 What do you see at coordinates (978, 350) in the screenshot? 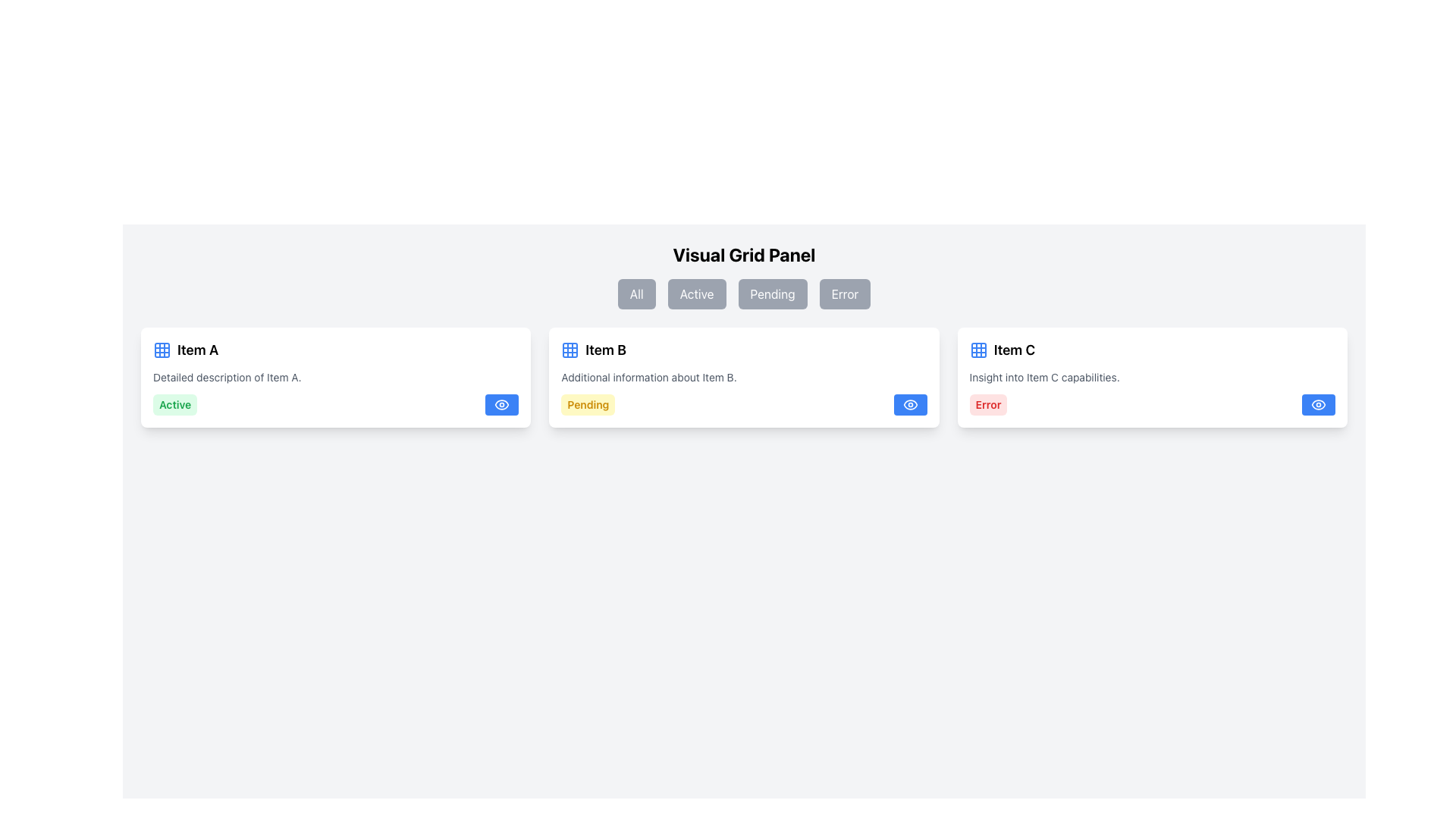
I see `the graphical icon element representing the top-left square of the 3x3 grid, located near the title 'Item A'` at bounding box center [978, 350].